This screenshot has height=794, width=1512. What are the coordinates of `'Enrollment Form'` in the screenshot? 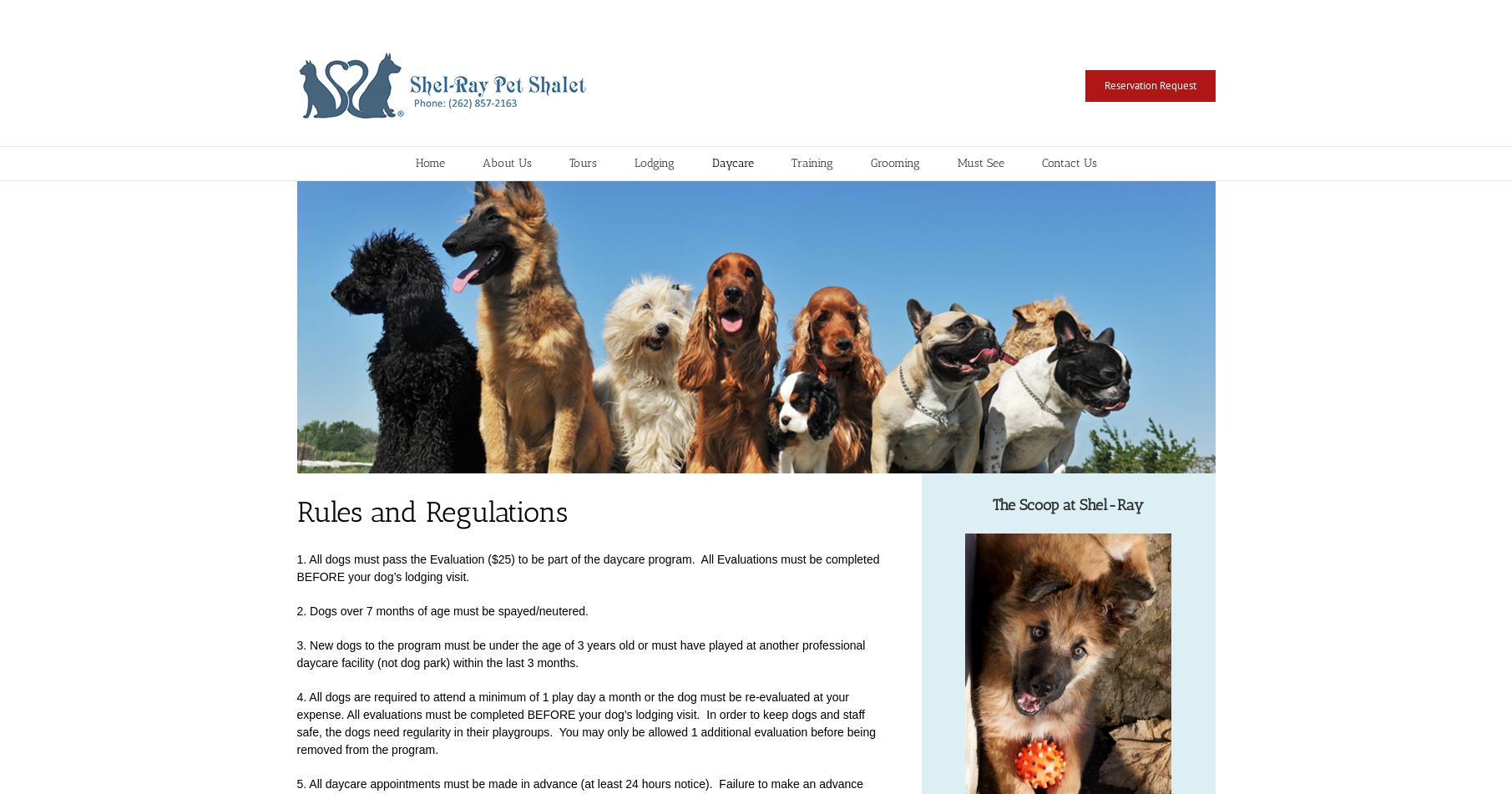 It's located at (710, 277).